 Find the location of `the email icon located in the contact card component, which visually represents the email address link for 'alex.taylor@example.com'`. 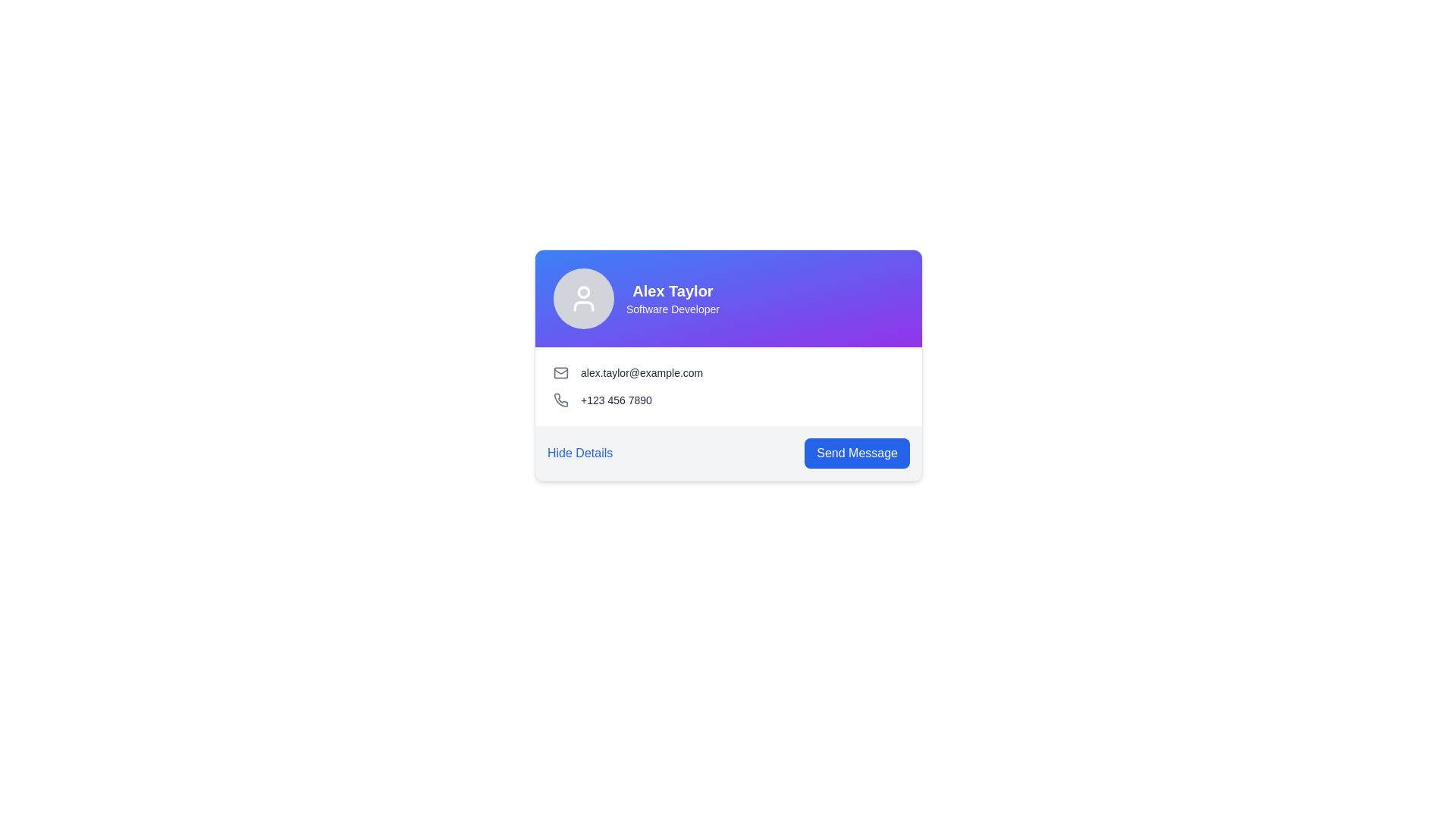

the email icon located in the contact card component, which visually represents the email address link for 'alex.taylor@example.com' is located at coordinates (560, 373).